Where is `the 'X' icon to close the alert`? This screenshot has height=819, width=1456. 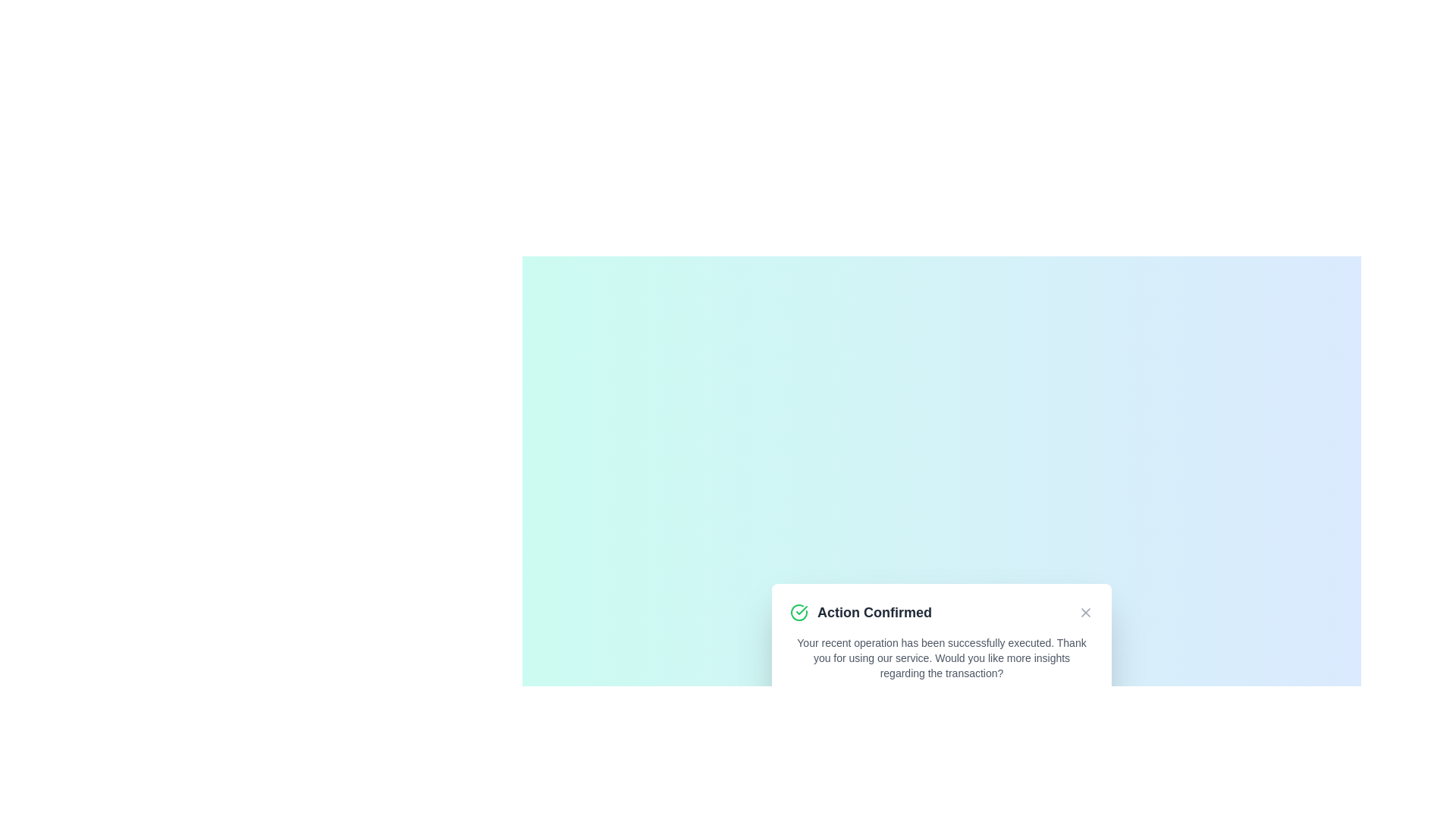
the 'X' icon to close the alert is located at coordinates (1084, 611).